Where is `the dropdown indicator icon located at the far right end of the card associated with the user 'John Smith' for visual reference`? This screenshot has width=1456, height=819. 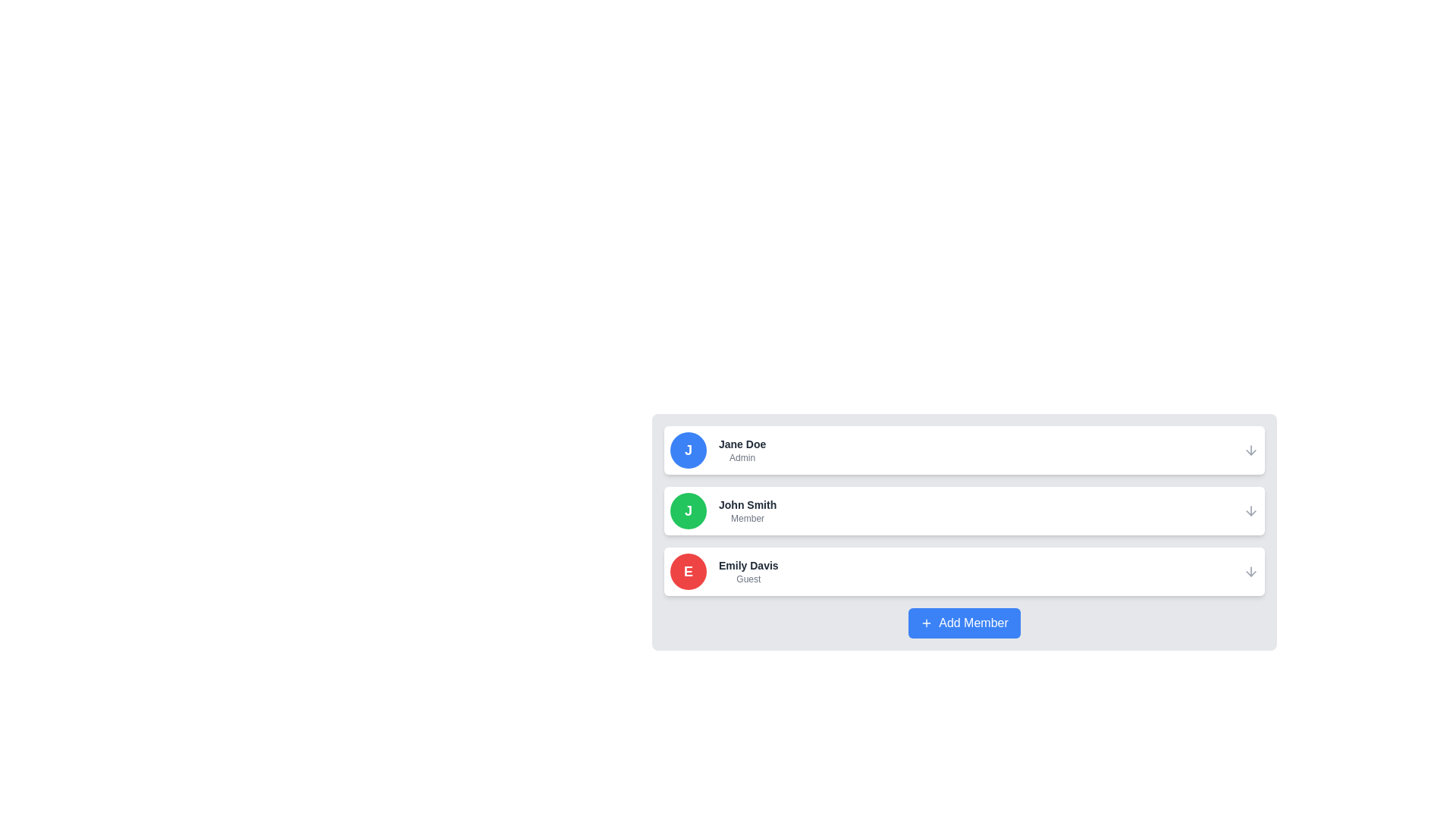
the dropdown indicator icon located at the far right end of the card associated with the user 'John Smith' for visual reference is located at coordinates (1251, 511).